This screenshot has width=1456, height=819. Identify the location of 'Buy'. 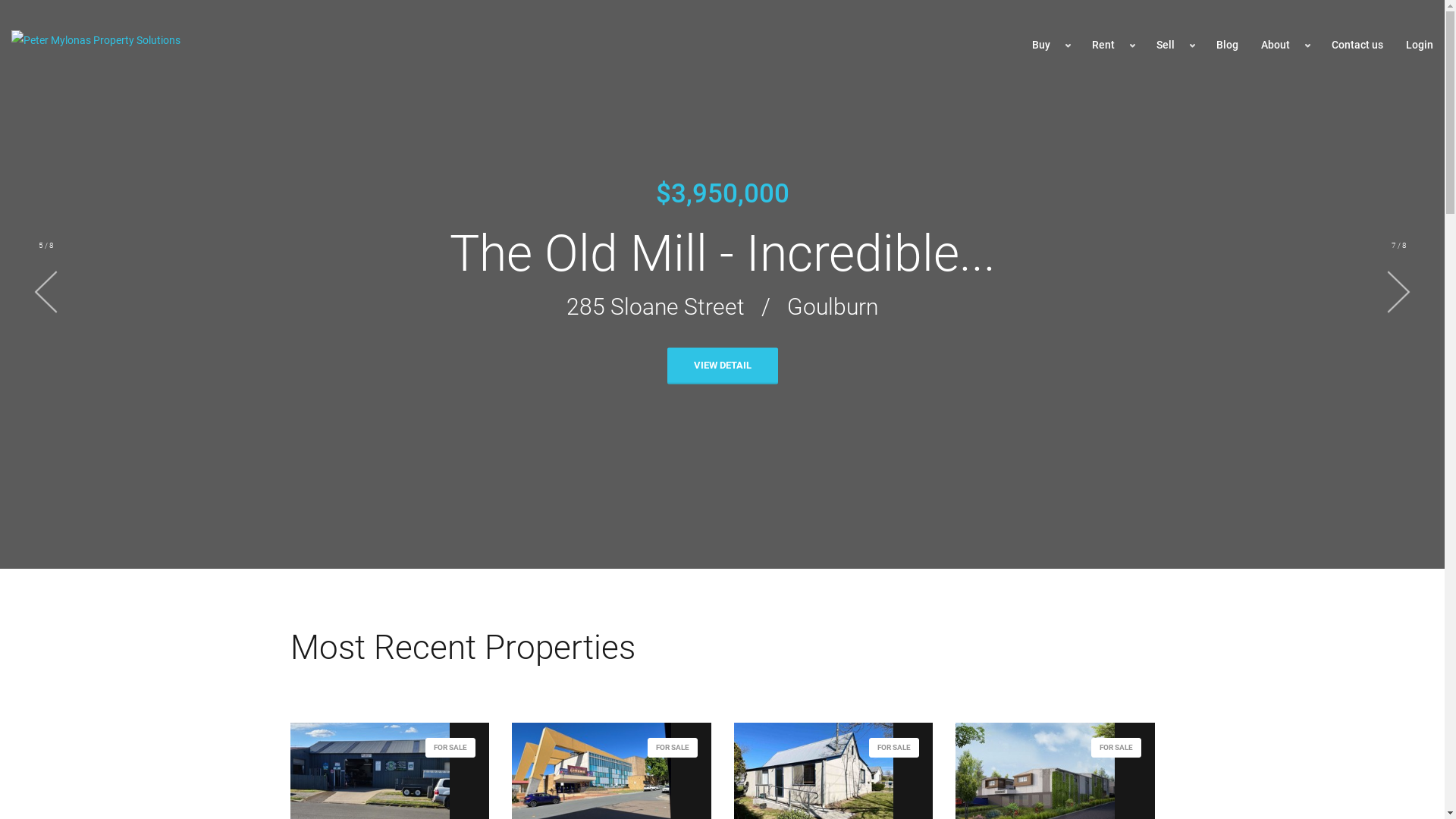
(1050, 44).